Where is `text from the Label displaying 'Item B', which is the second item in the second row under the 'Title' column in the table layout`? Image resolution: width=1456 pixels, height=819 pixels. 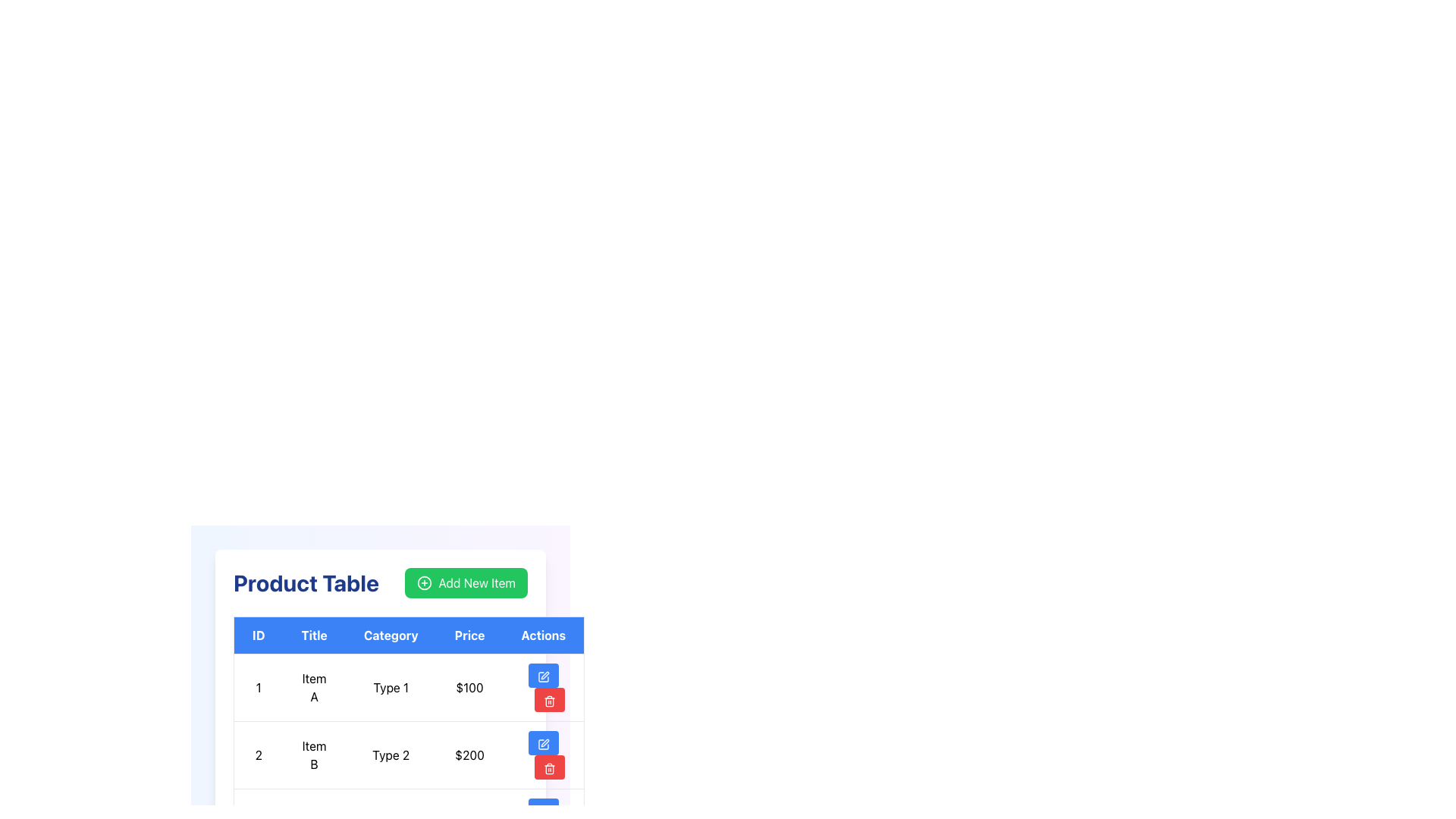
text from the Label displaying 'Item B', which is the second item in the second row under the 'Title' column in the table layout is located at coordinates (313, 755).